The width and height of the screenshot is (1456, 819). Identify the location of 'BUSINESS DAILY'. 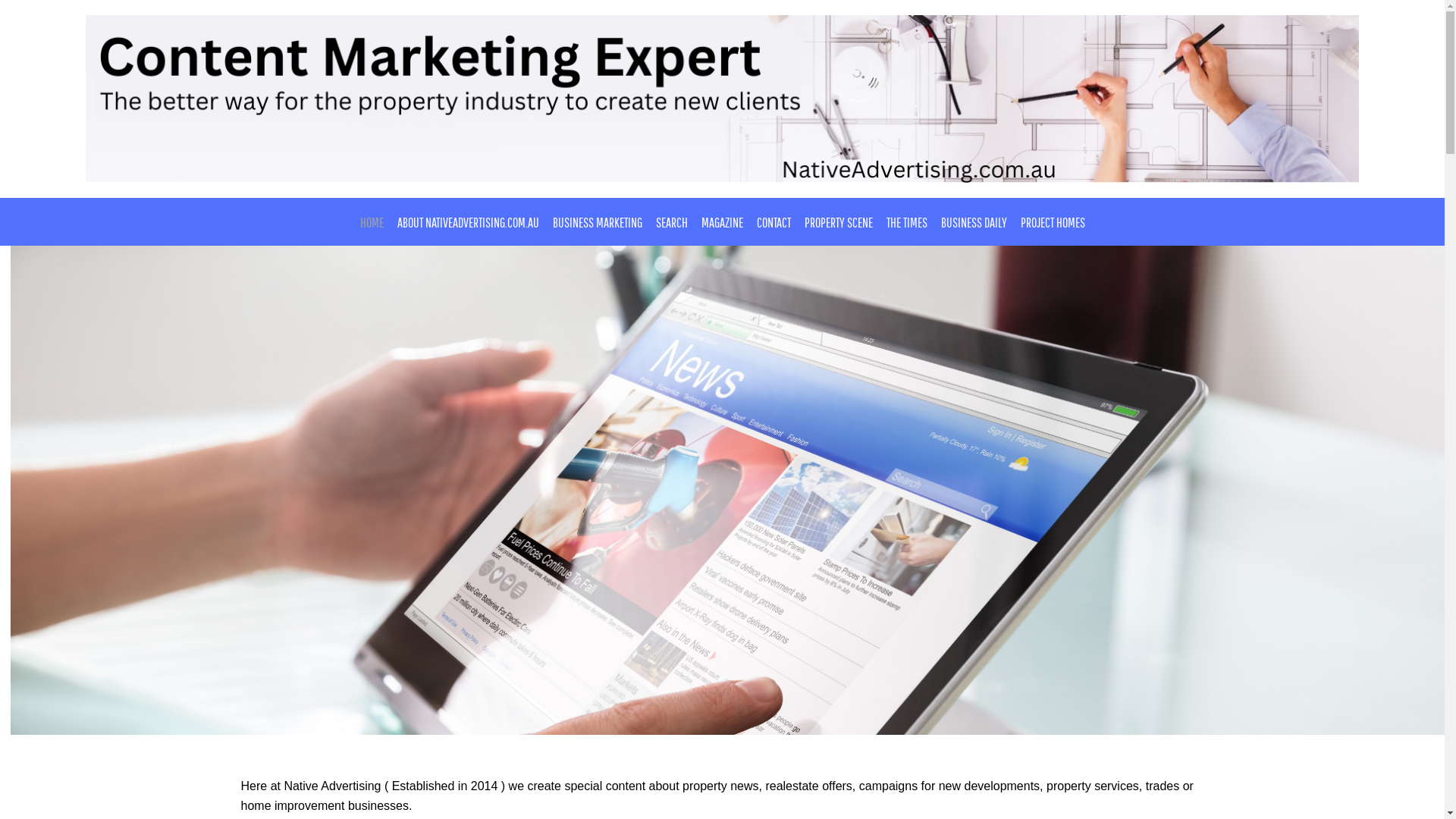
(974, 222).